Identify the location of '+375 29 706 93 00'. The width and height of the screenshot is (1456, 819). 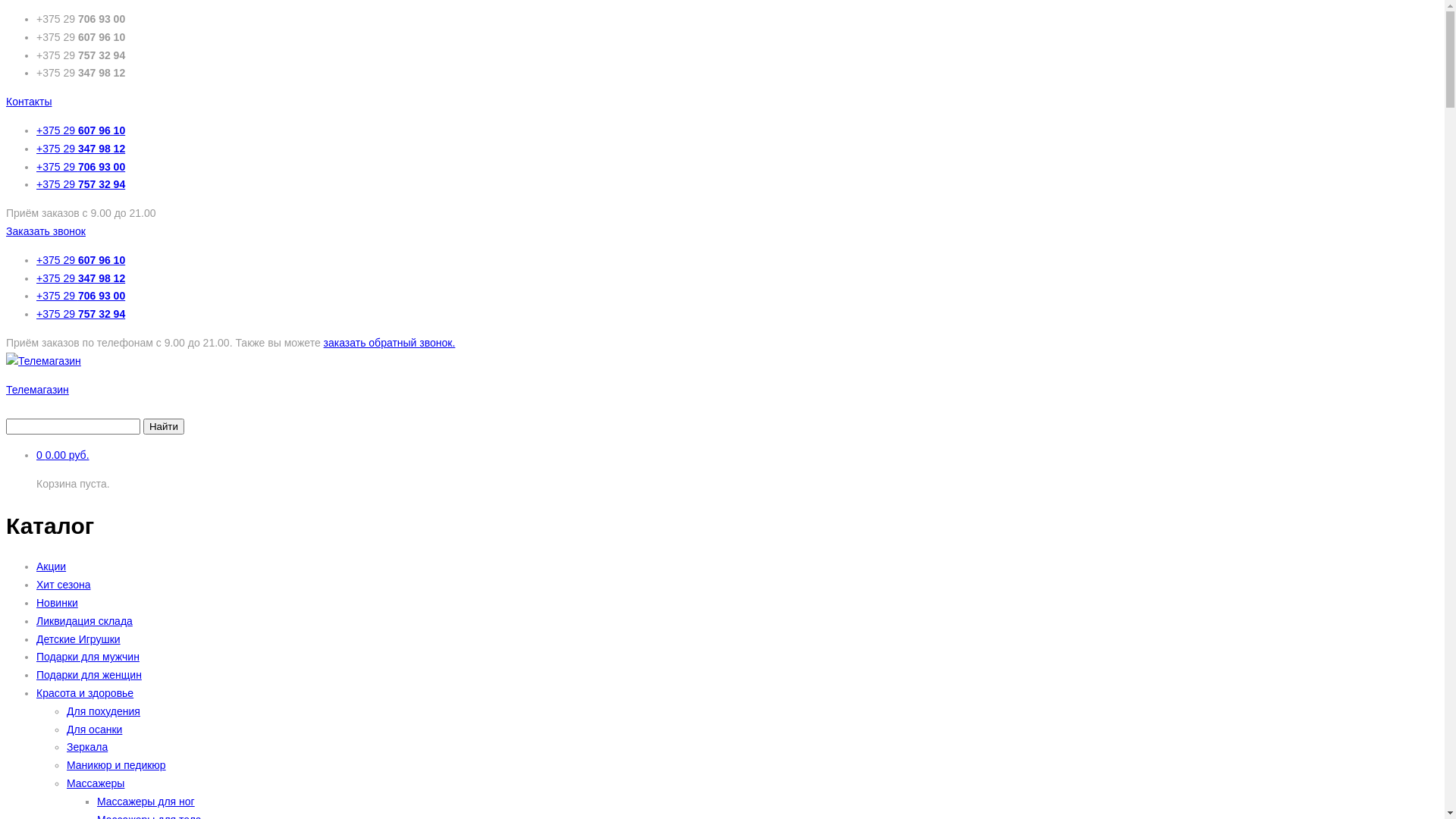
(80, 166).